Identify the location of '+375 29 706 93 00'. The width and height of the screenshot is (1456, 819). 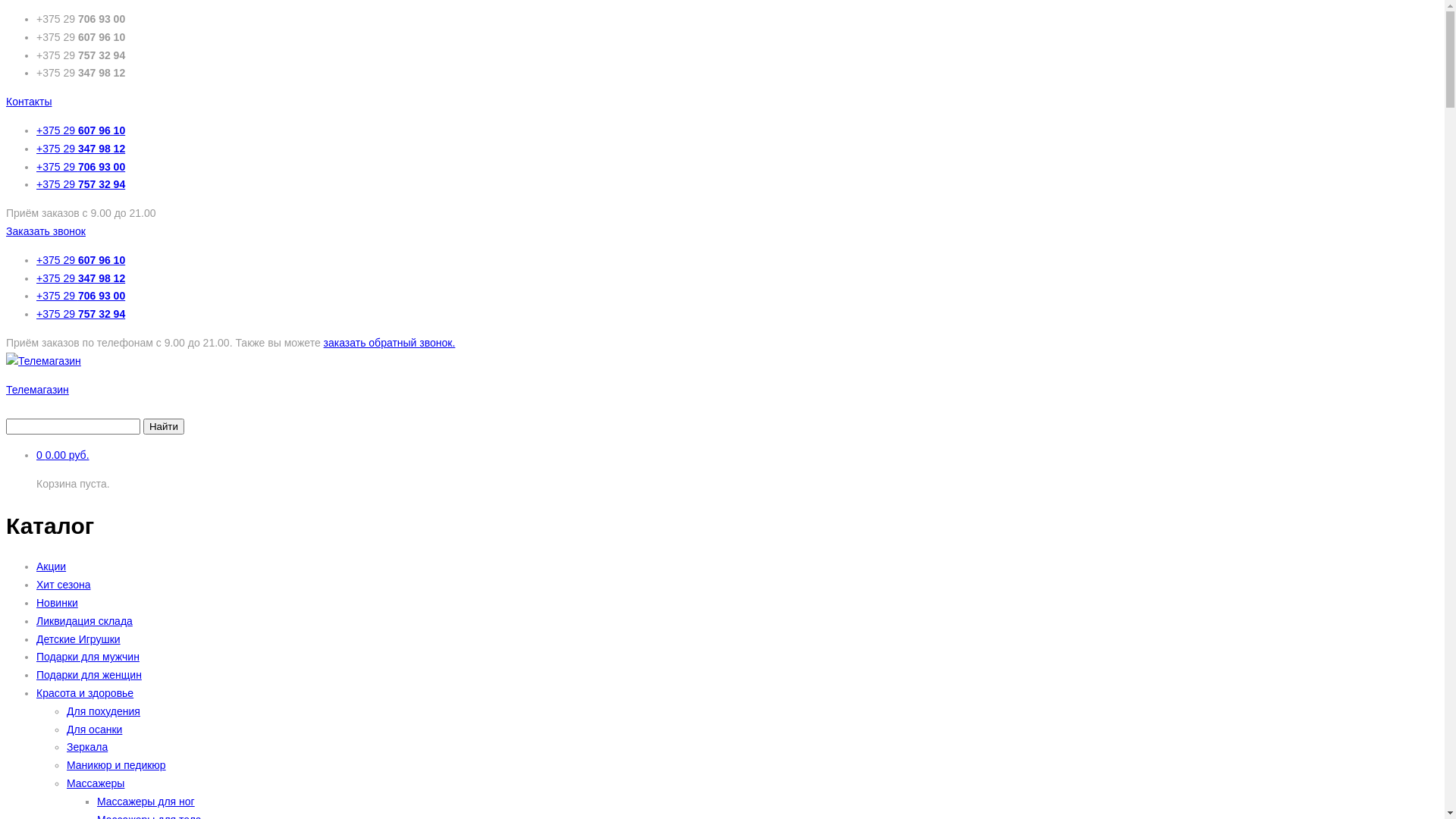
(80, 166).